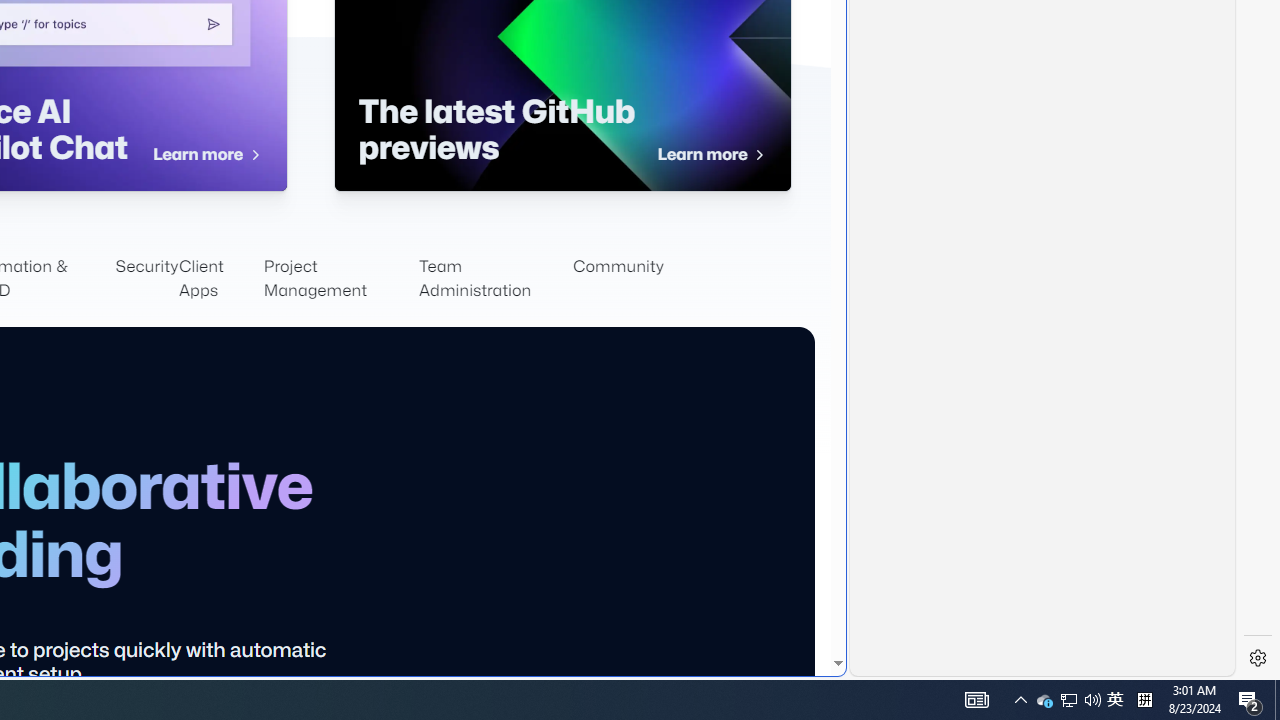  What do you see at coordinates (496, 279) in the screenshot?
I see `'Team Administration'` at bounding box center [496, 279].